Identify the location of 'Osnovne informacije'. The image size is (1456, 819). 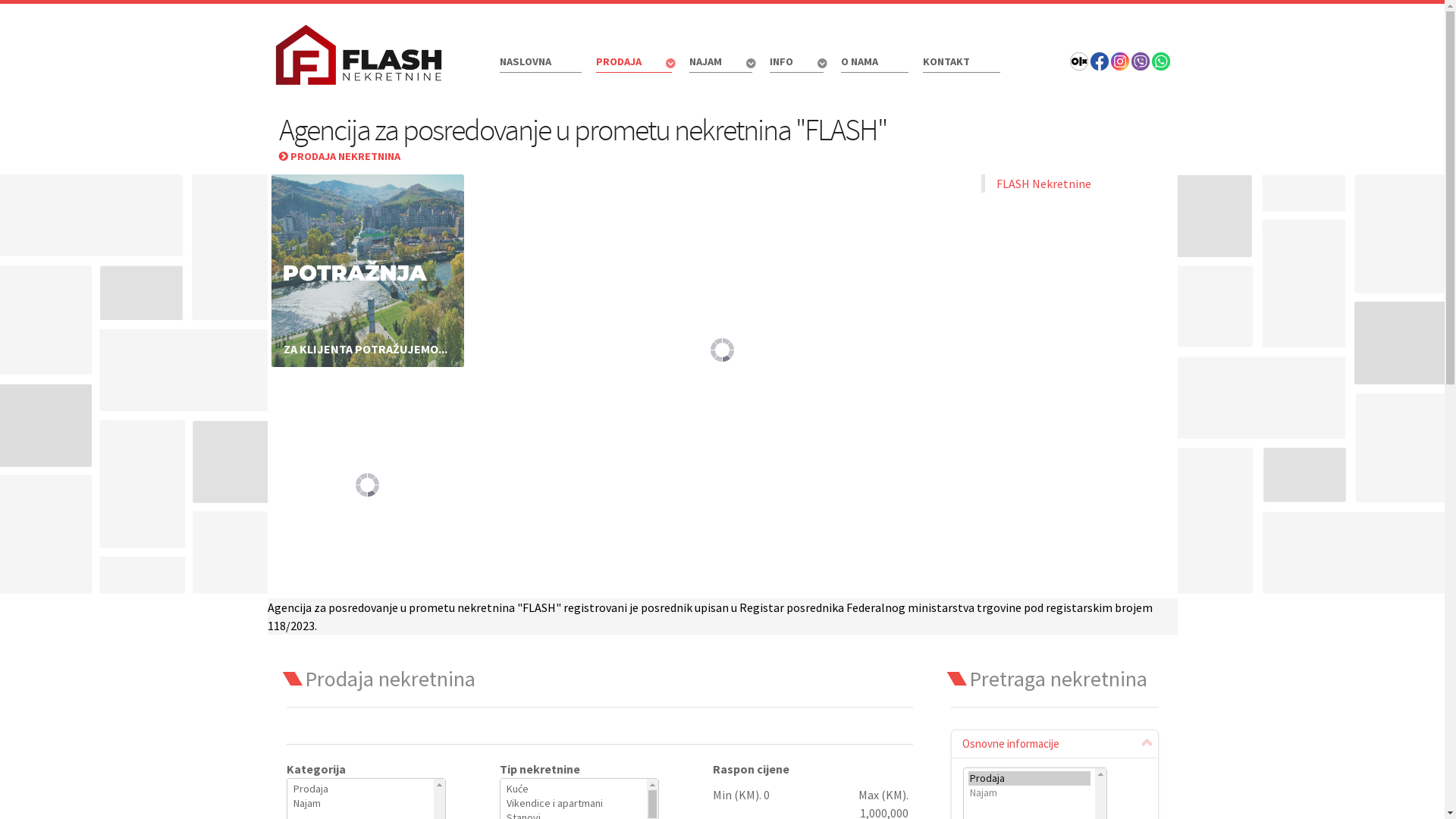
(1054, 742).